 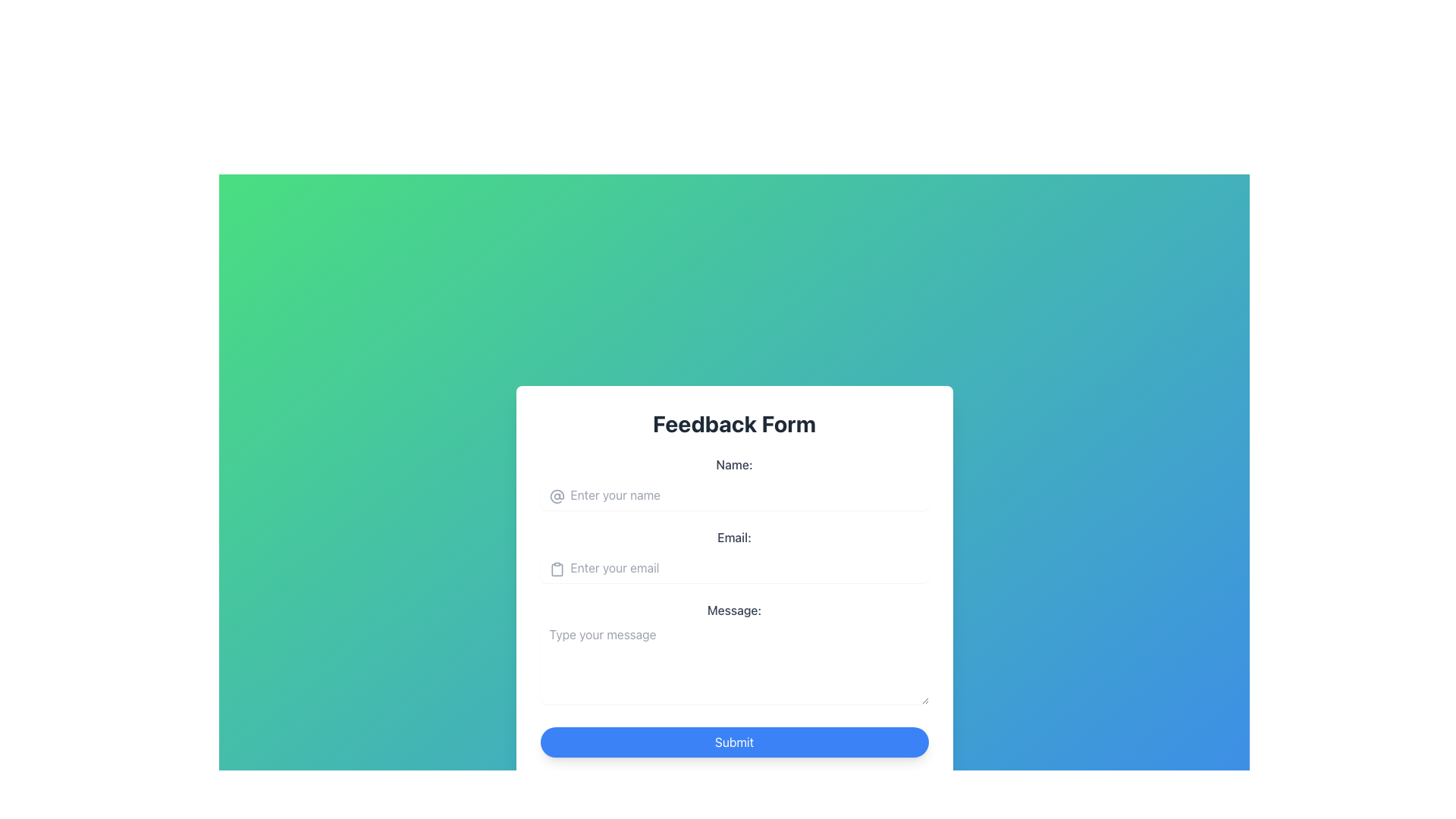 I want to click on the '@' icon located at the top-left corner of the 'Name' input field, which suggests an email-related input format, so click(x=556, y=497).